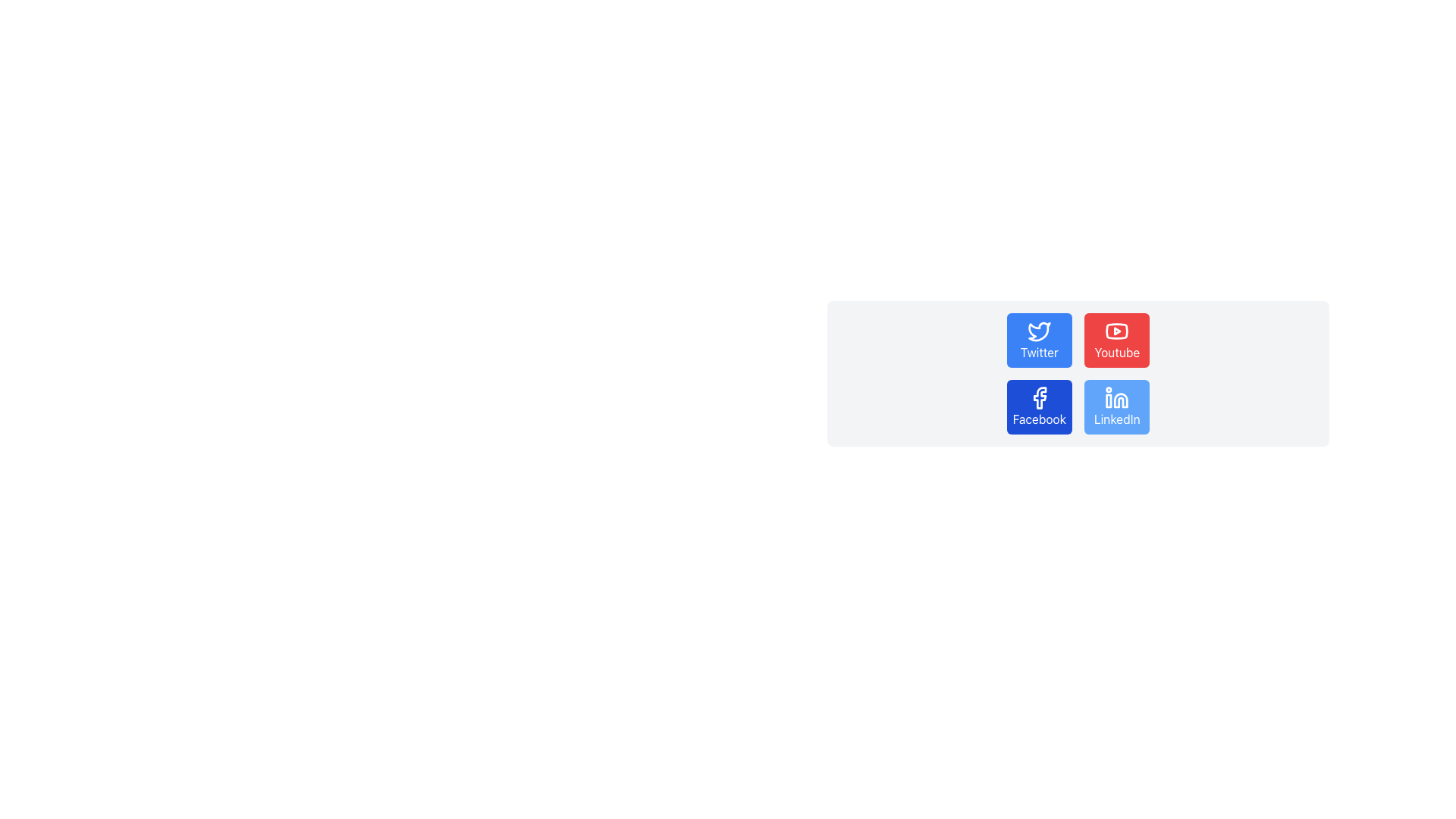 The height and width of the screenshot is (819, 1456). I want to click on text label displaying 'Twitter' which is styled with a white font on a blue background, positioned below the Twitter icon in a grid layout, so click(1038, 353).